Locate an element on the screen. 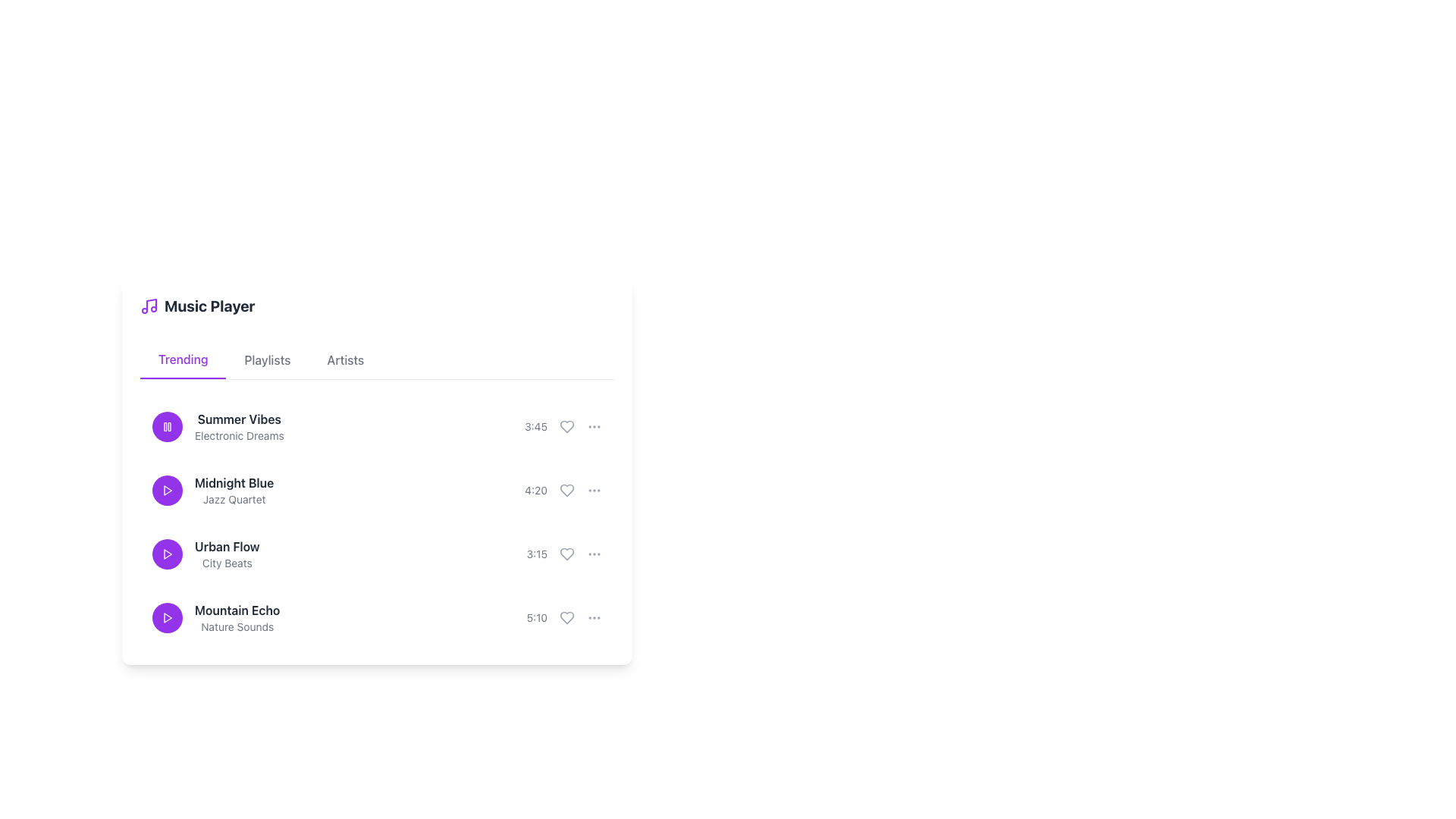  the main bolded text of the fourth item in the 'Trending' tab of the music player application, which displays the title of a song or audio track, located above the text 'Nature Sounds' is located at coordinates (237, 610).